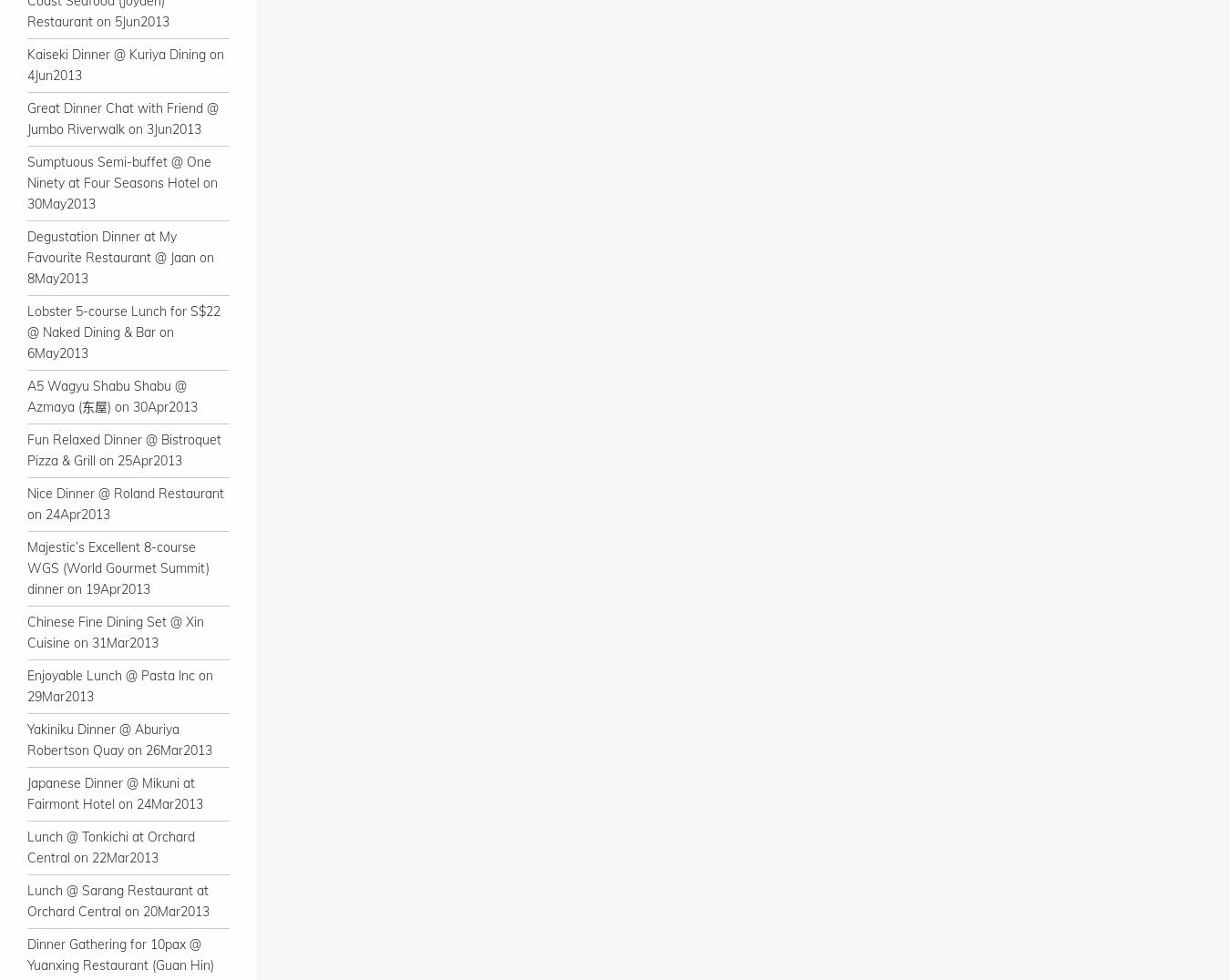 This screenshot has height=980, width=1230. I want to click on 'Lunch @ Tonkichi at Orchard Central on 22Mar2013', so click(111, 846).